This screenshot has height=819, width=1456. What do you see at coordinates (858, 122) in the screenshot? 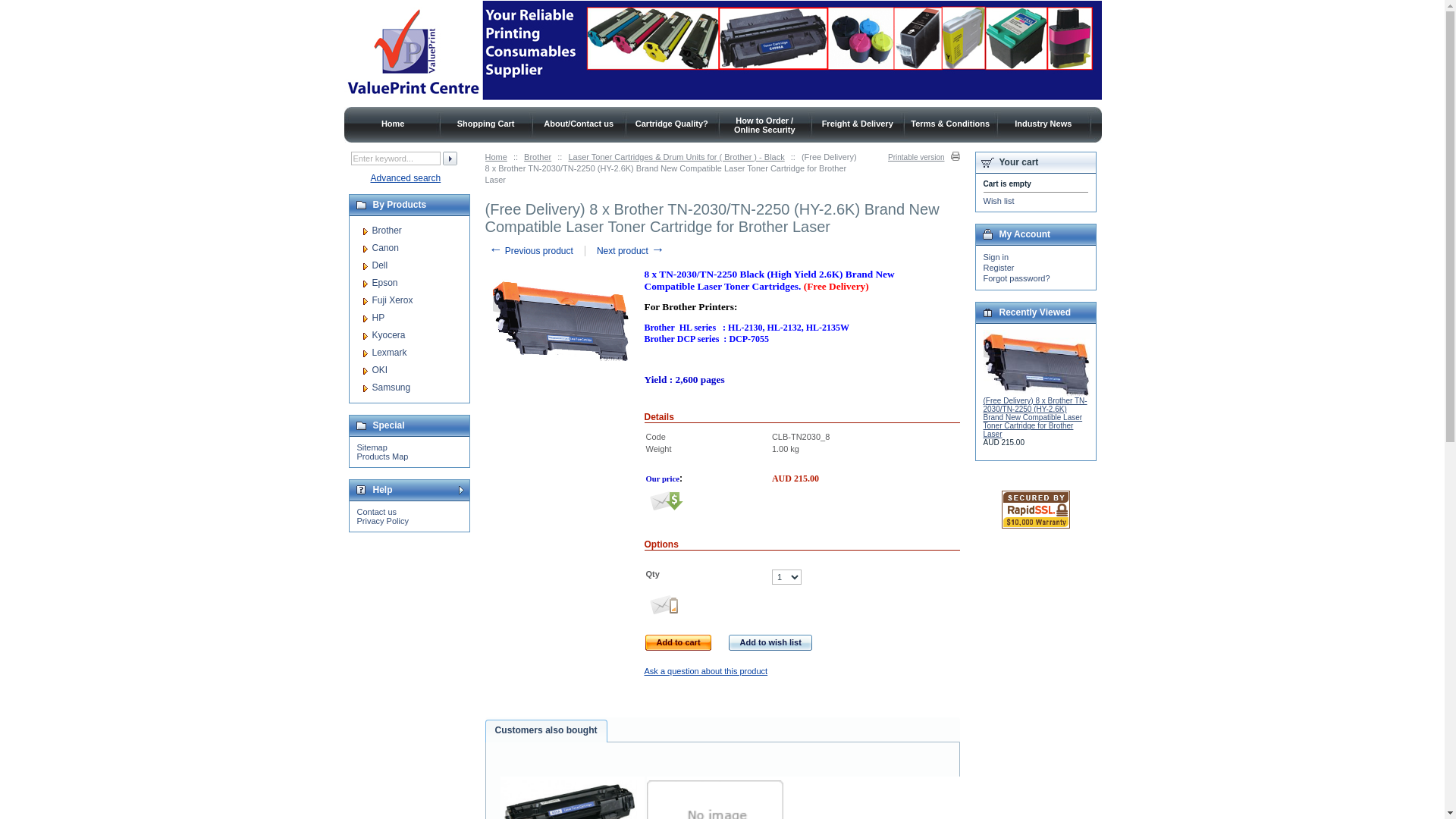
I see `'Freight & Delivery'` at bounding box center [858, 122].